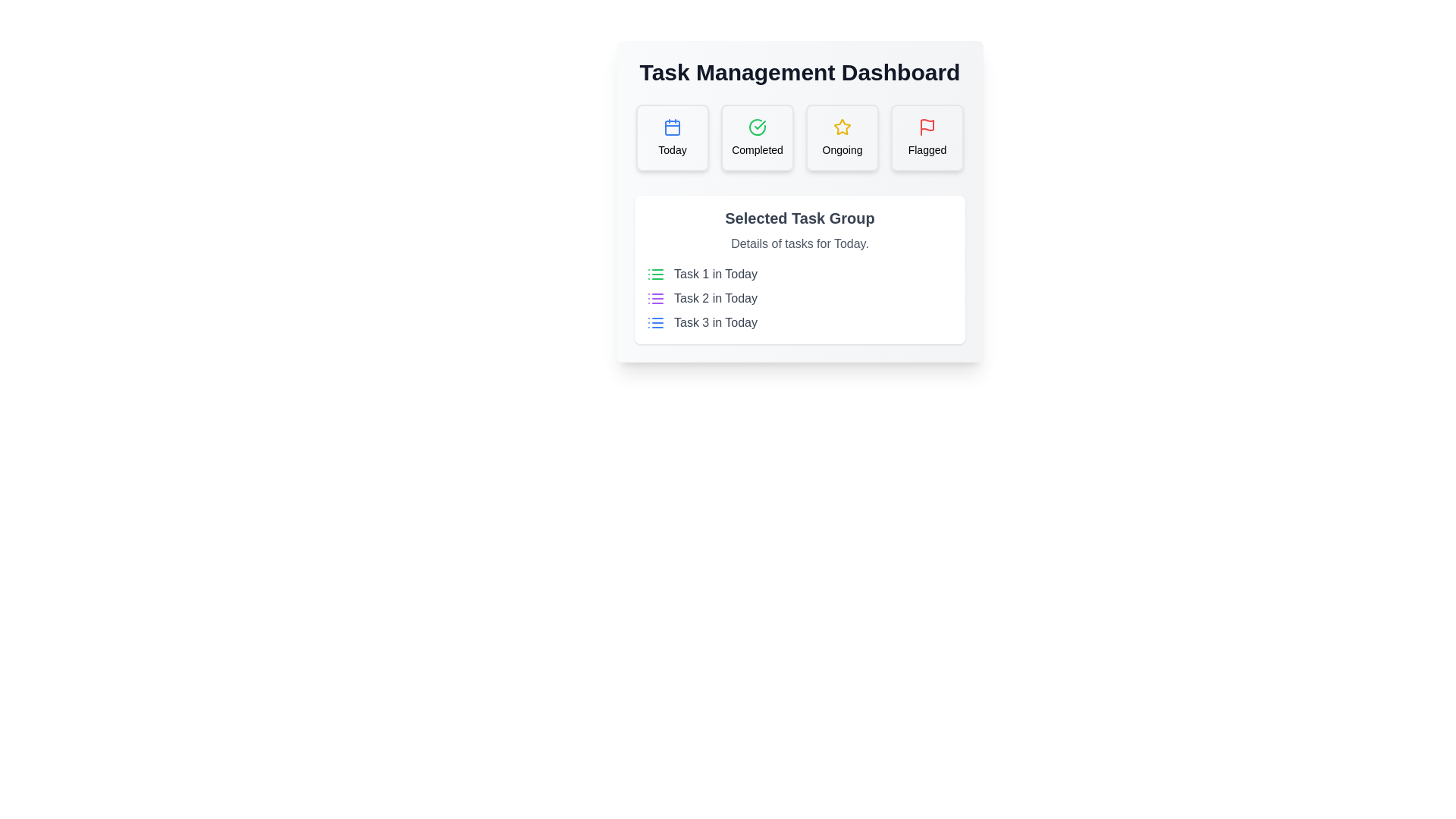 The width and height of the screenshot is (1456, 819). I want to click on the flag icon in the 'Flagged' option, which is the fourth button in the row of action buttons at the top of the interface, used to represent flagged tasks, so click(927, 124).